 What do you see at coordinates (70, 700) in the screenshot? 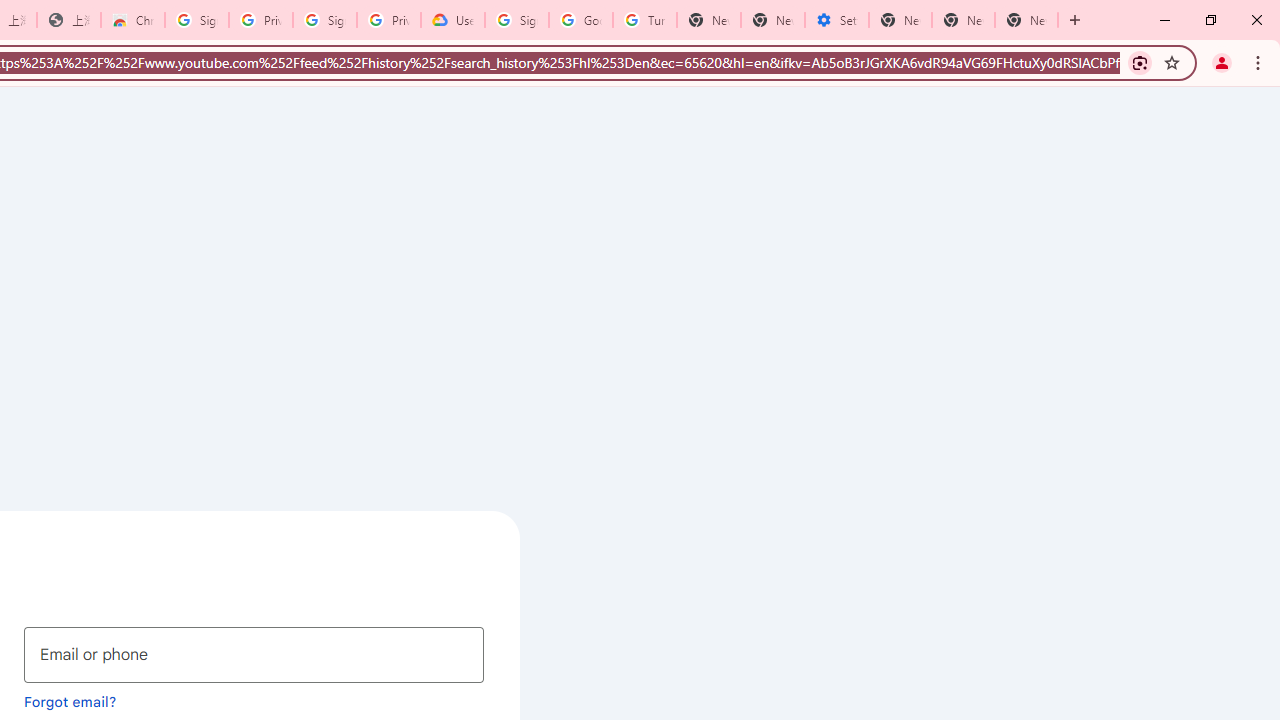
I see `'Forgot email?'` at bounding box center [70, 700].